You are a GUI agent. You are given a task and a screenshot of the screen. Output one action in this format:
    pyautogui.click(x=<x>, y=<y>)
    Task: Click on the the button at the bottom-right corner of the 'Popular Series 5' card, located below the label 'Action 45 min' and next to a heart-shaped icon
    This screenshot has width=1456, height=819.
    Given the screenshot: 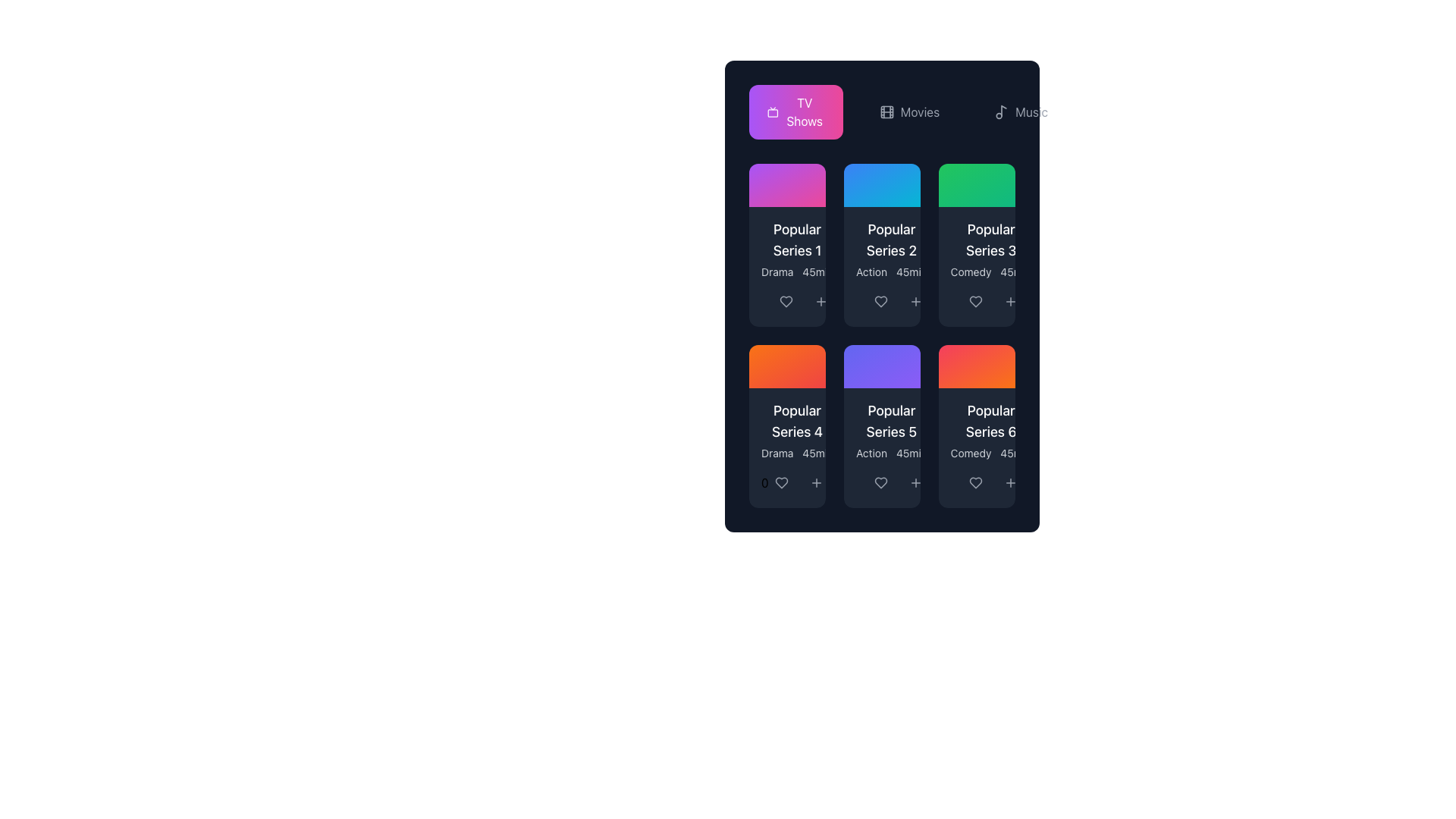 What is the action you would take?
    pyautogui.click(x=915, y=482)
    